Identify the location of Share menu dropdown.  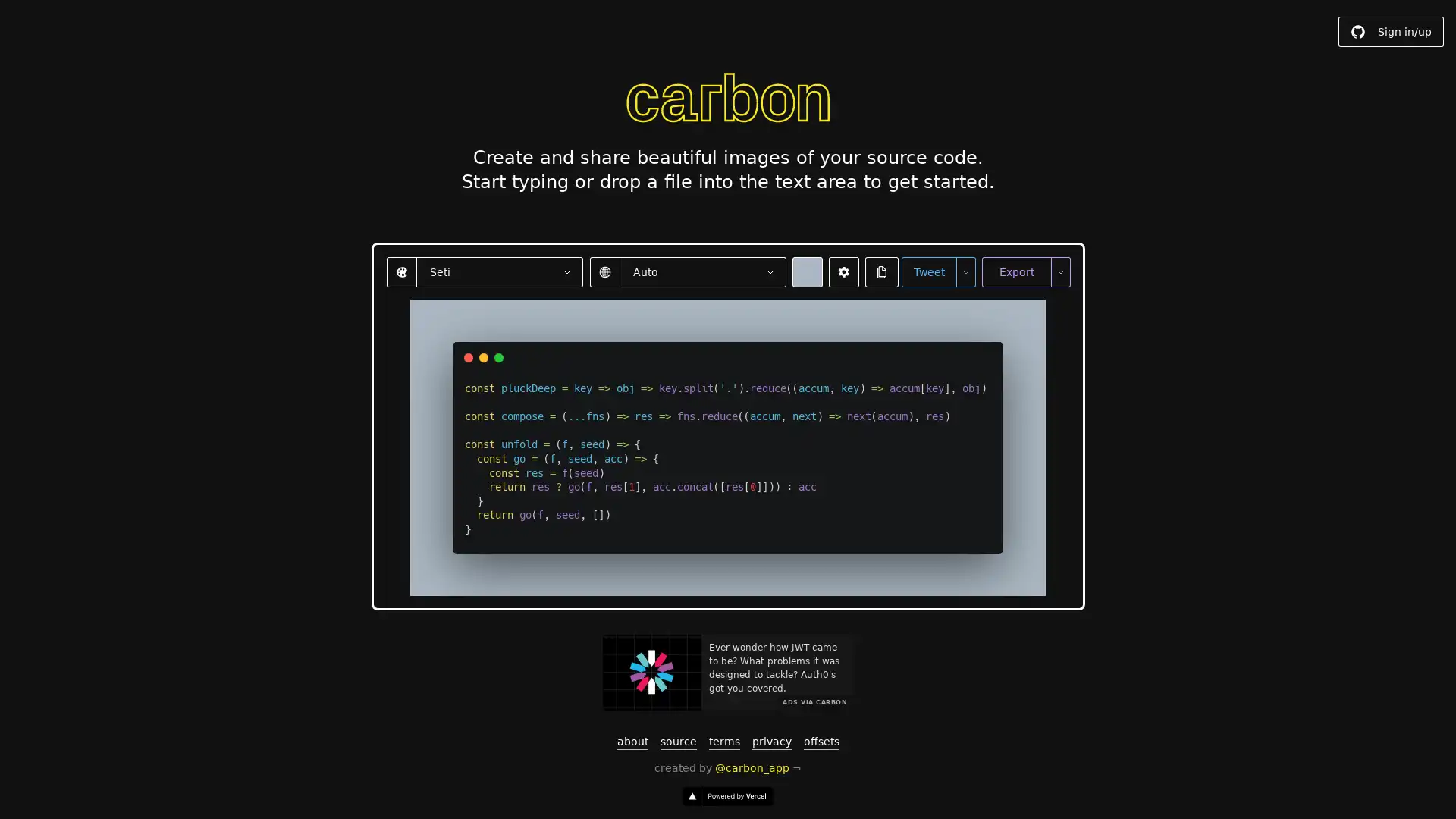
(964, 271).